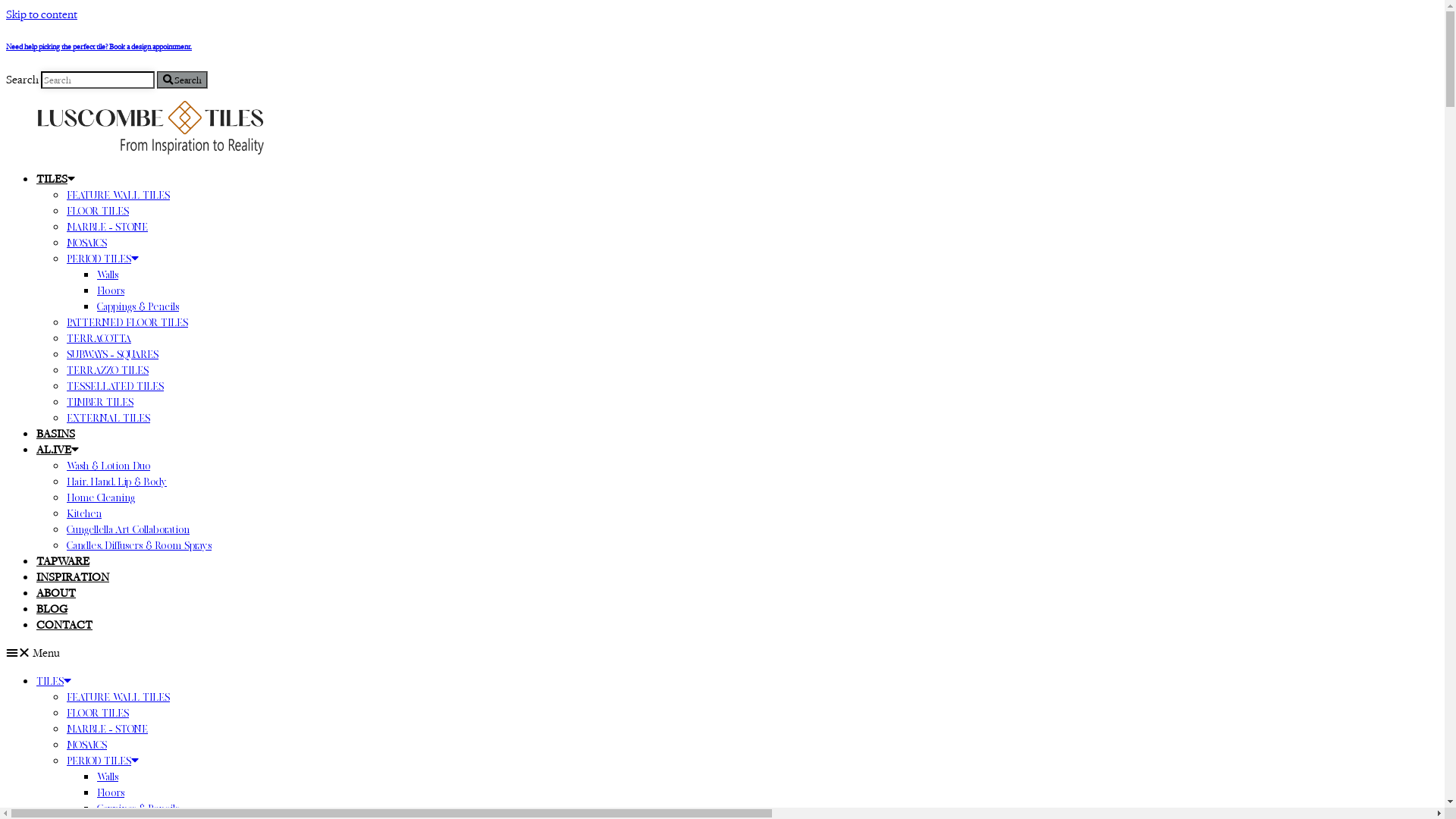 The height and width of the screenshot is (819, 1456). I want to click on 'TERRACOTTA', so click(98, 337).